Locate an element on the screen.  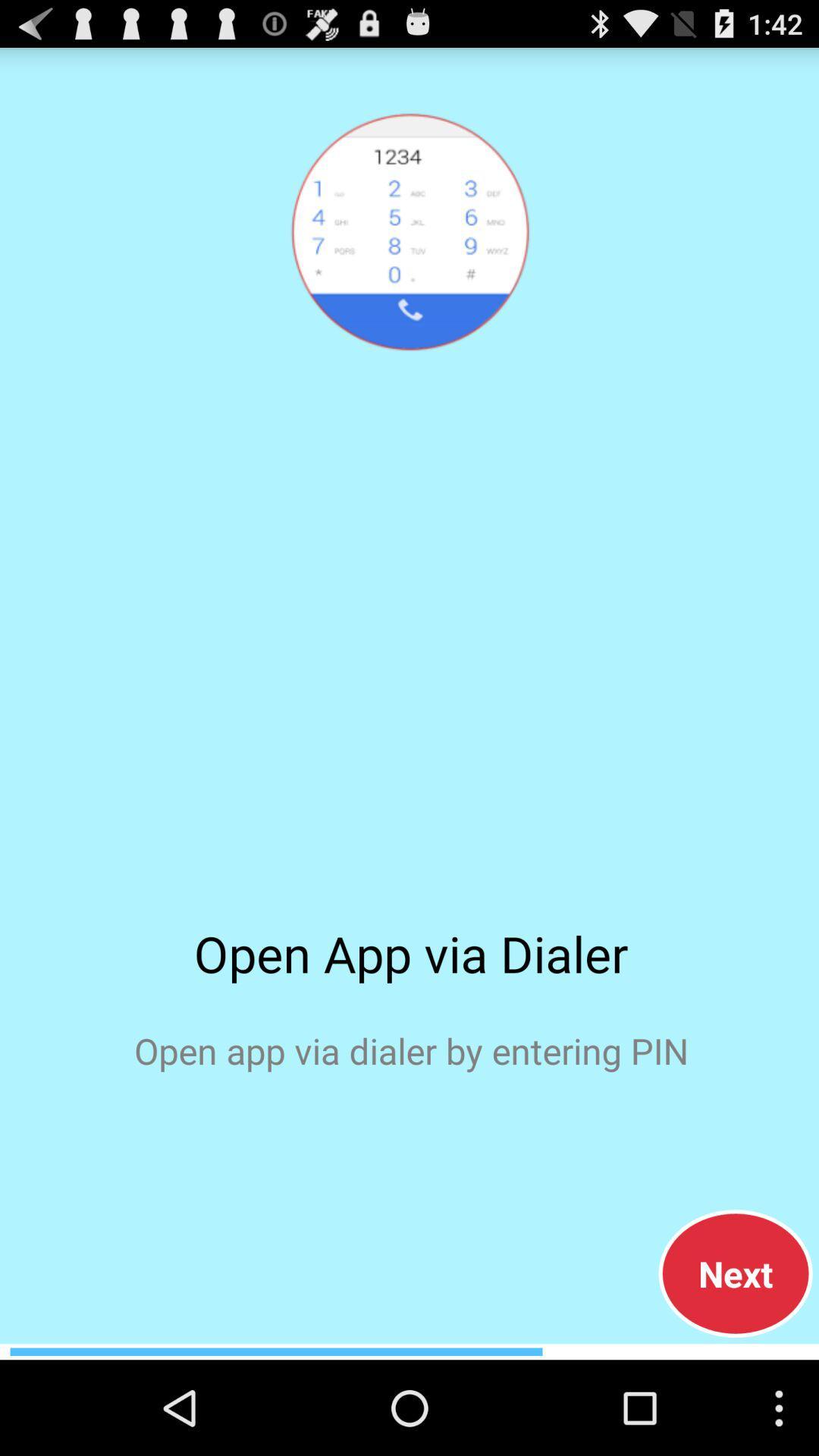
the next item is located at coordinates (735, 1273).